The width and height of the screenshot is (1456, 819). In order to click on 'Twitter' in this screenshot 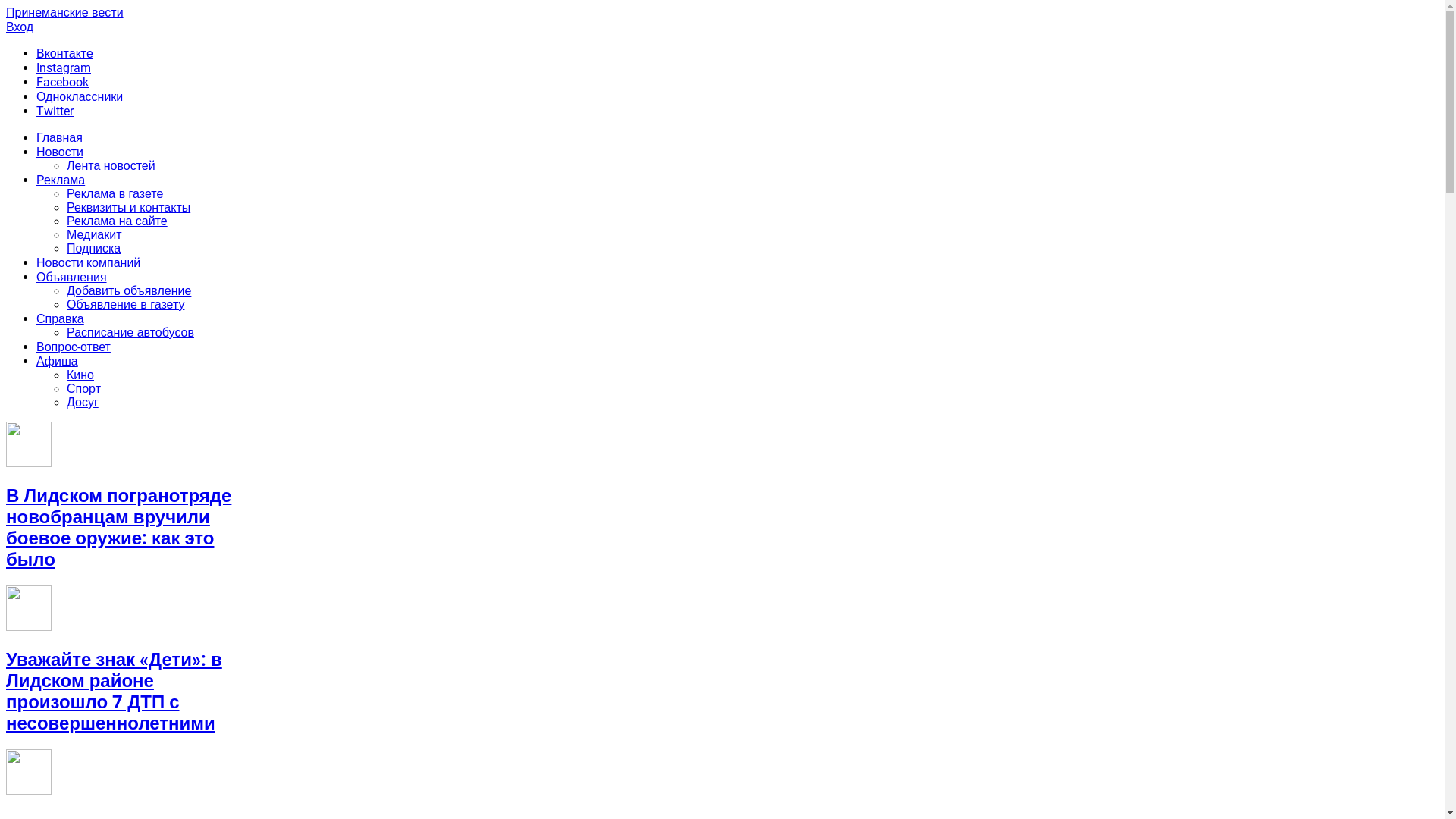, I will do `click(55, 110)`.